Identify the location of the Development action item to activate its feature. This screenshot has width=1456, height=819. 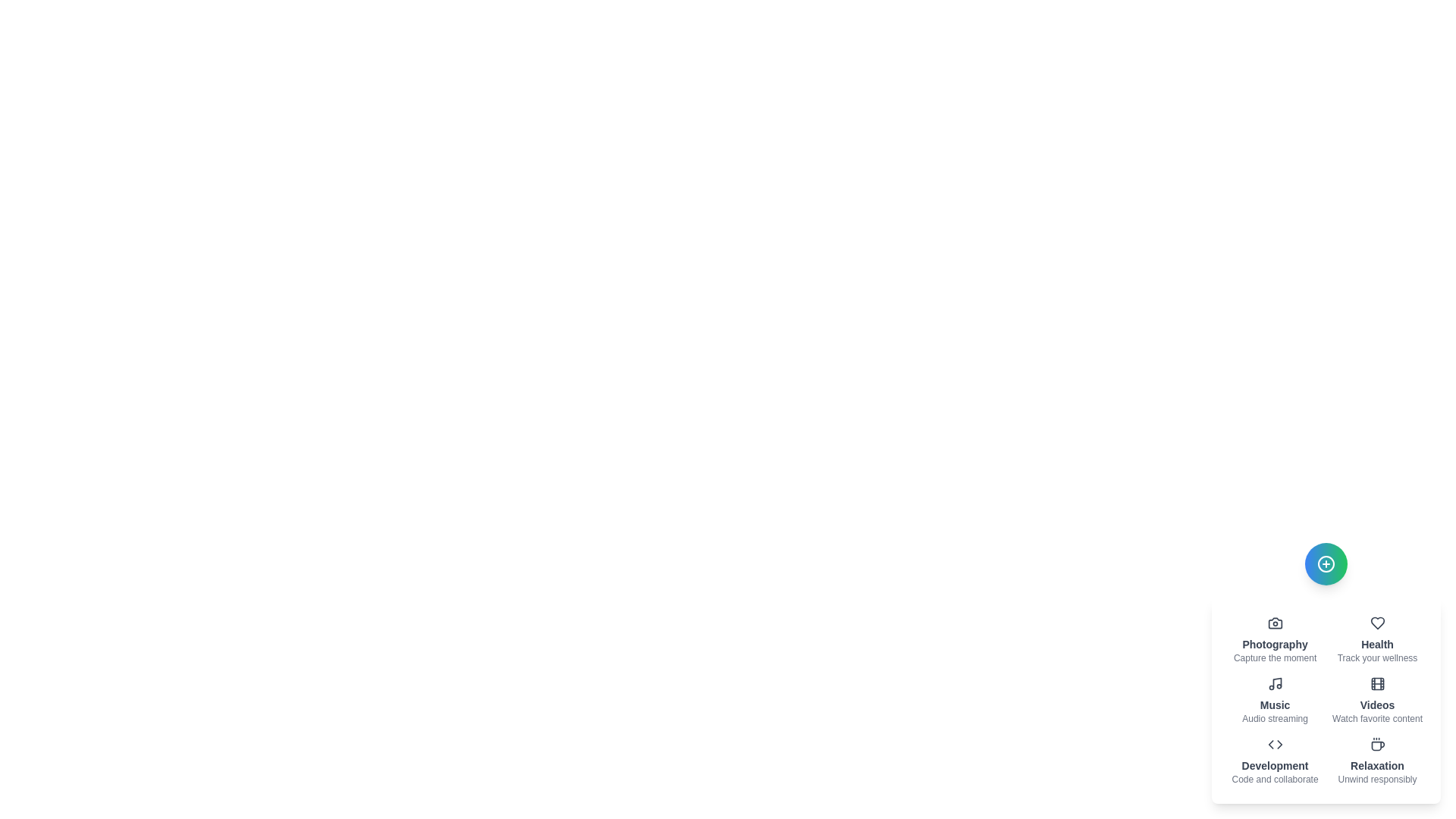
(1274, 761).